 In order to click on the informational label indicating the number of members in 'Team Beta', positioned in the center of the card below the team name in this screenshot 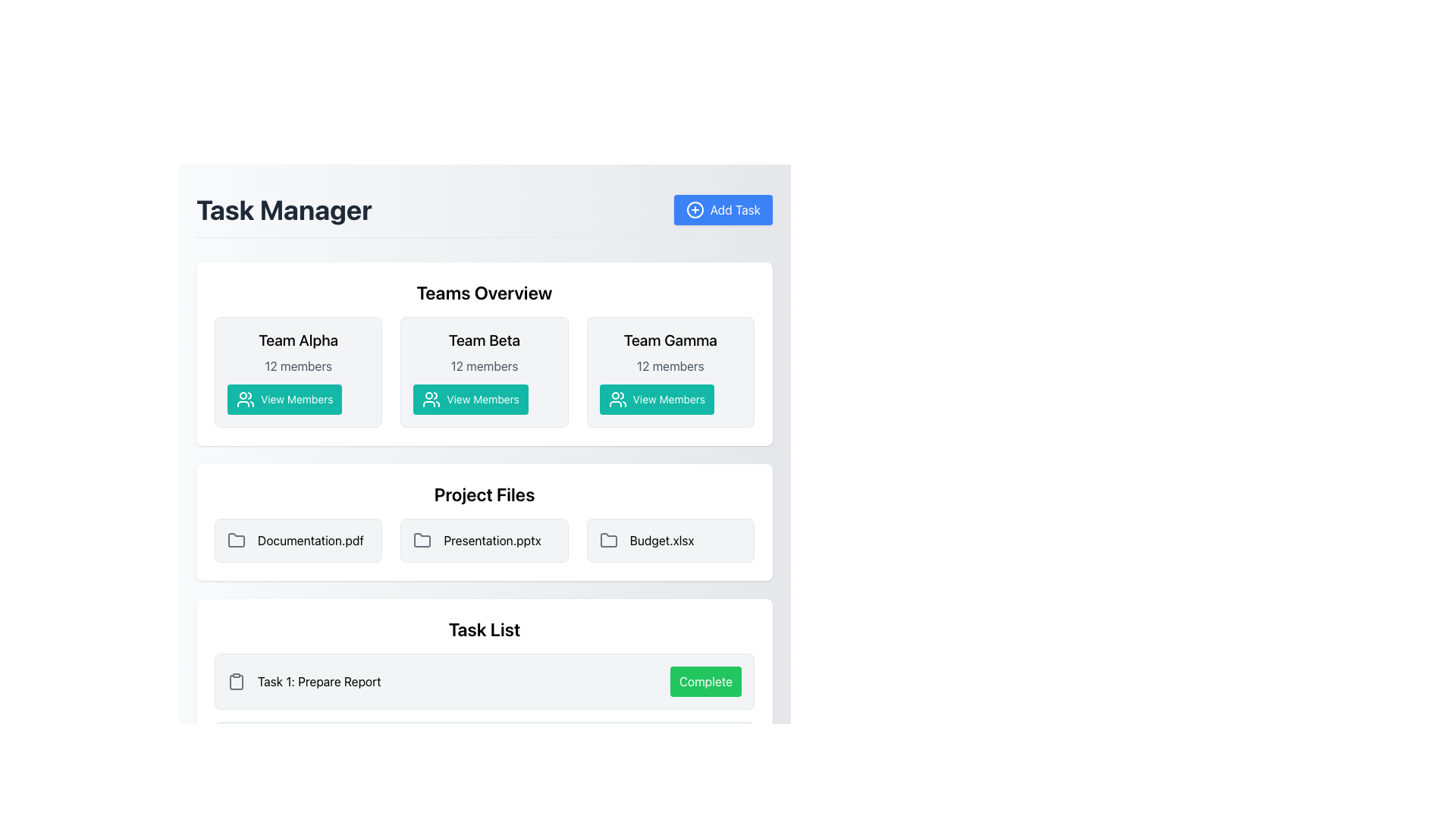, I will do `click(483, 366)`.